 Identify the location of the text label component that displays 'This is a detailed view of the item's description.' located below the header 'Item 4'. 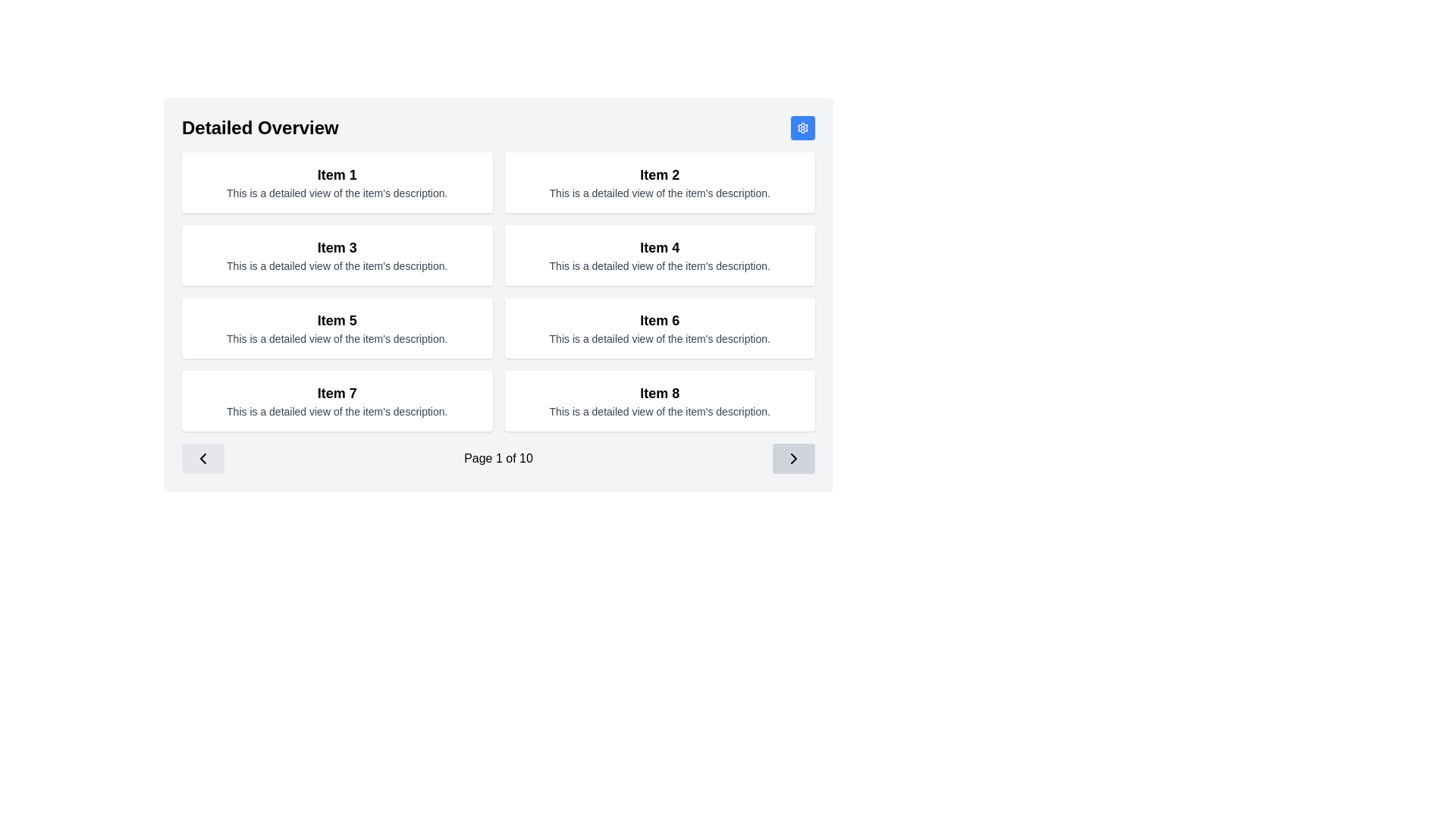
(660, 265).